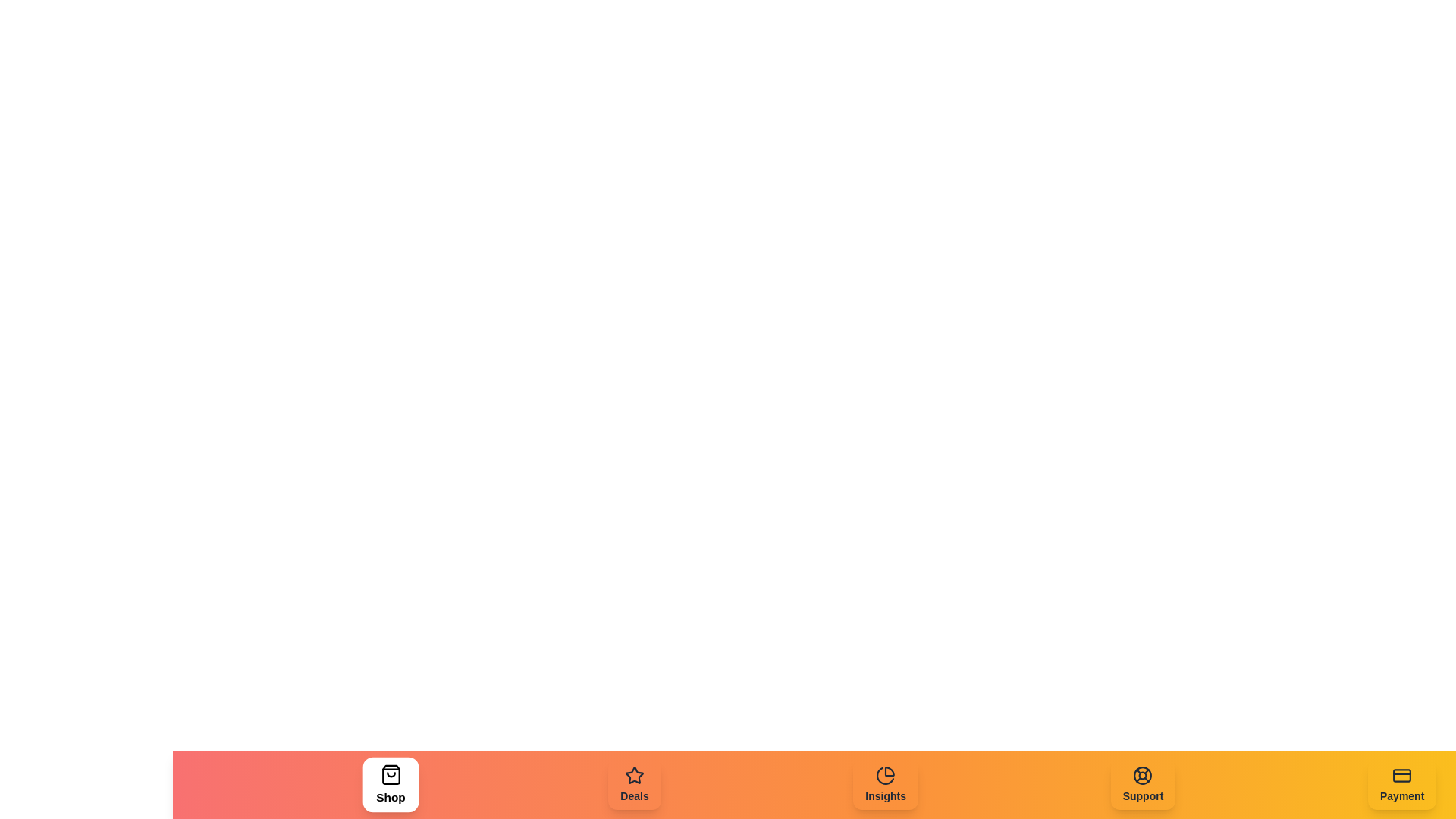 The image size is (1456, 819). What do you see at coordinates (391, 784) in the screenshot?
I see `the tab labeled 'Shop' to observe its hover effect` at bounding box center [391, 784].